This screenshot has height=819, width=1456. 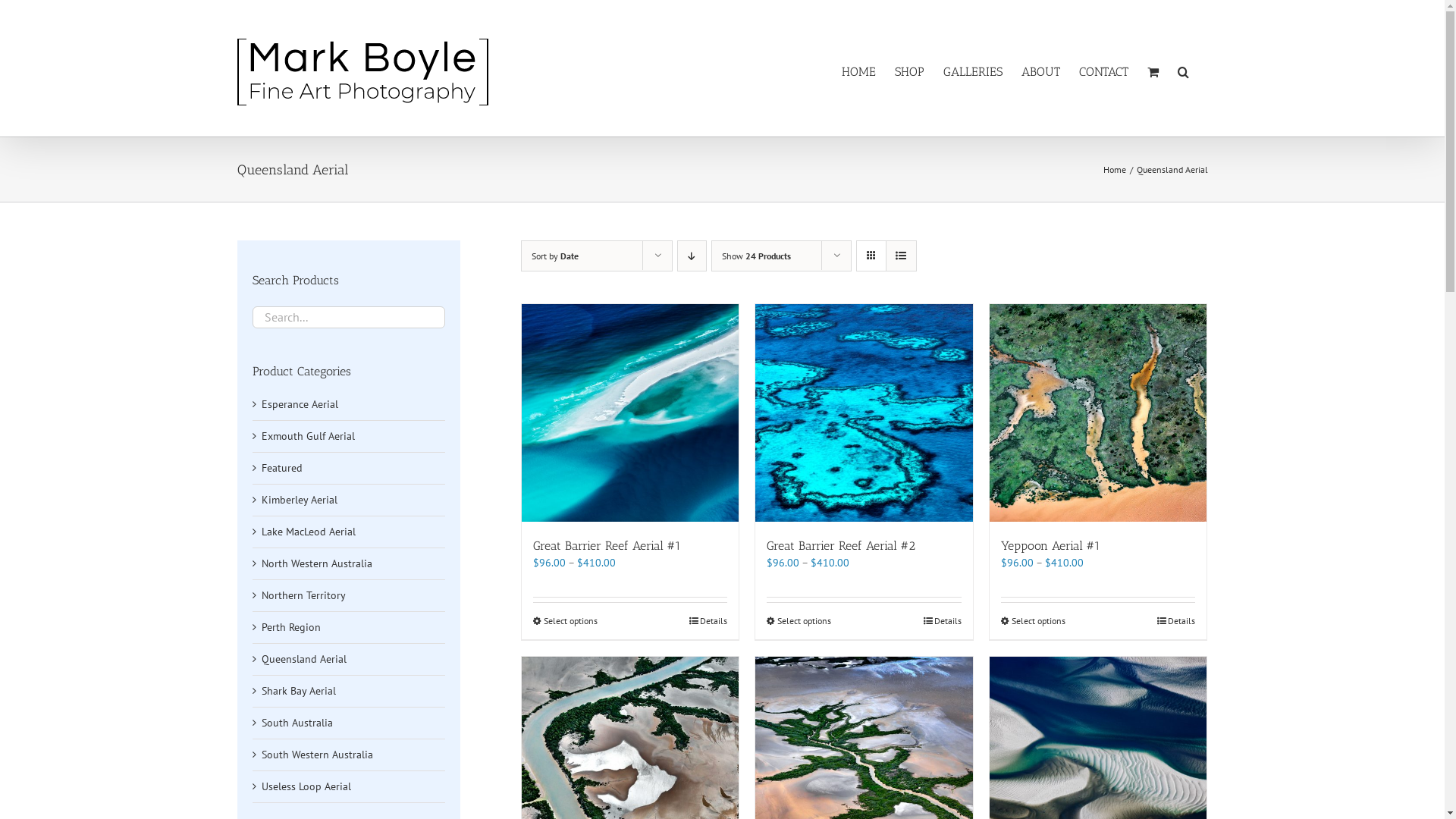 I want to click on 'Featured', so click(x=281, y=467).